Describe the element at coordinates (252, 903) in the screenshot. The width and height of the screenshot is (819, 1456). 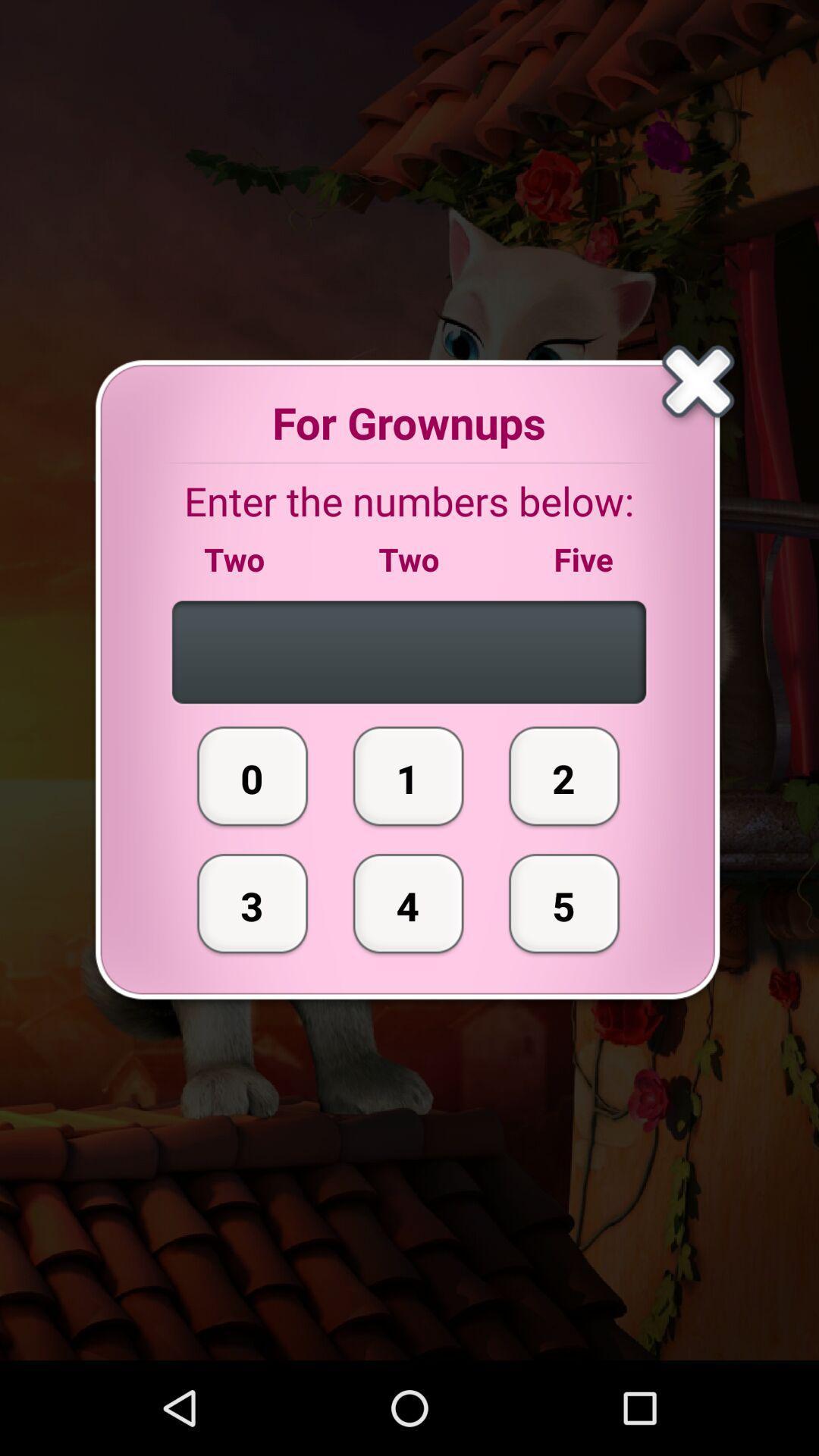
I see `item to the left of the 1 item` at that location.